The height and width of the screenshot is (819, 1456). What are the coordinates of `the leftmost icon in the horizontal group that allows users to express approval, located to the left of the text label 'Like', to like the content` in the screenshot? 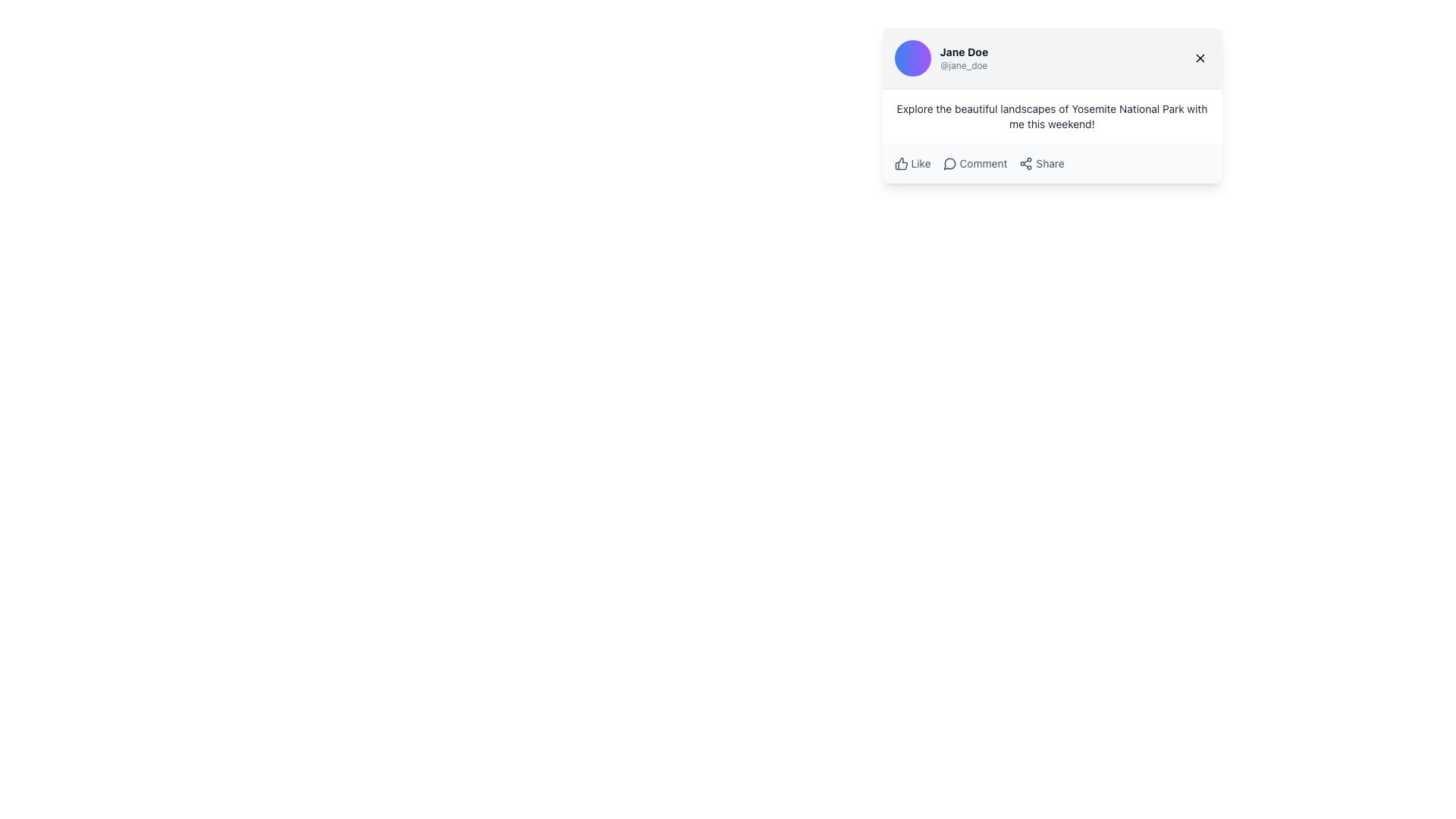 It's located at (901, 164).